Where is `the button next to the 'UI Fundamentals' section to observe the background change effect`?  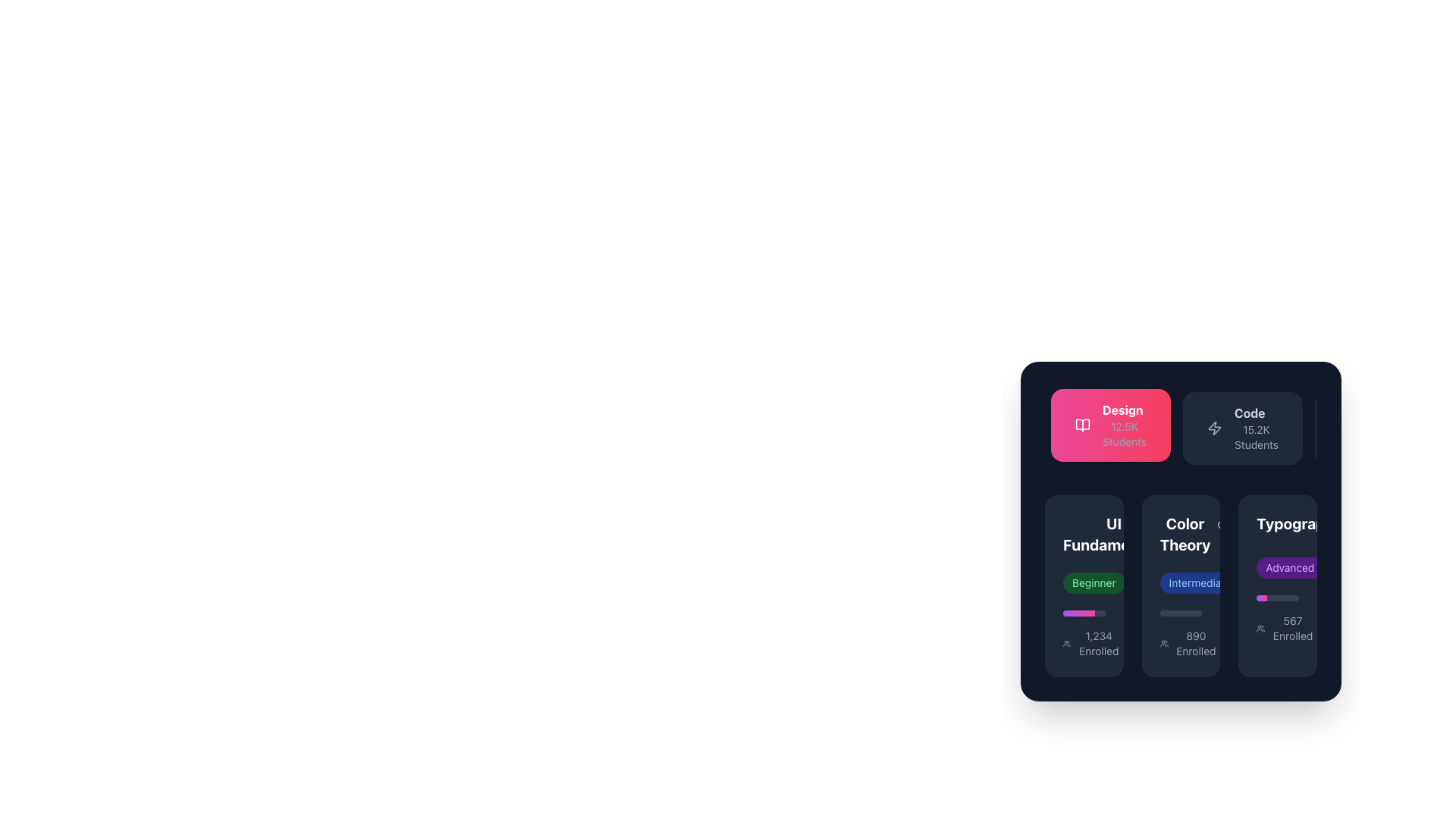
the button next to the 'UI Fundamentals' section to observe the background change effect is located at coordinates (1178, 526).